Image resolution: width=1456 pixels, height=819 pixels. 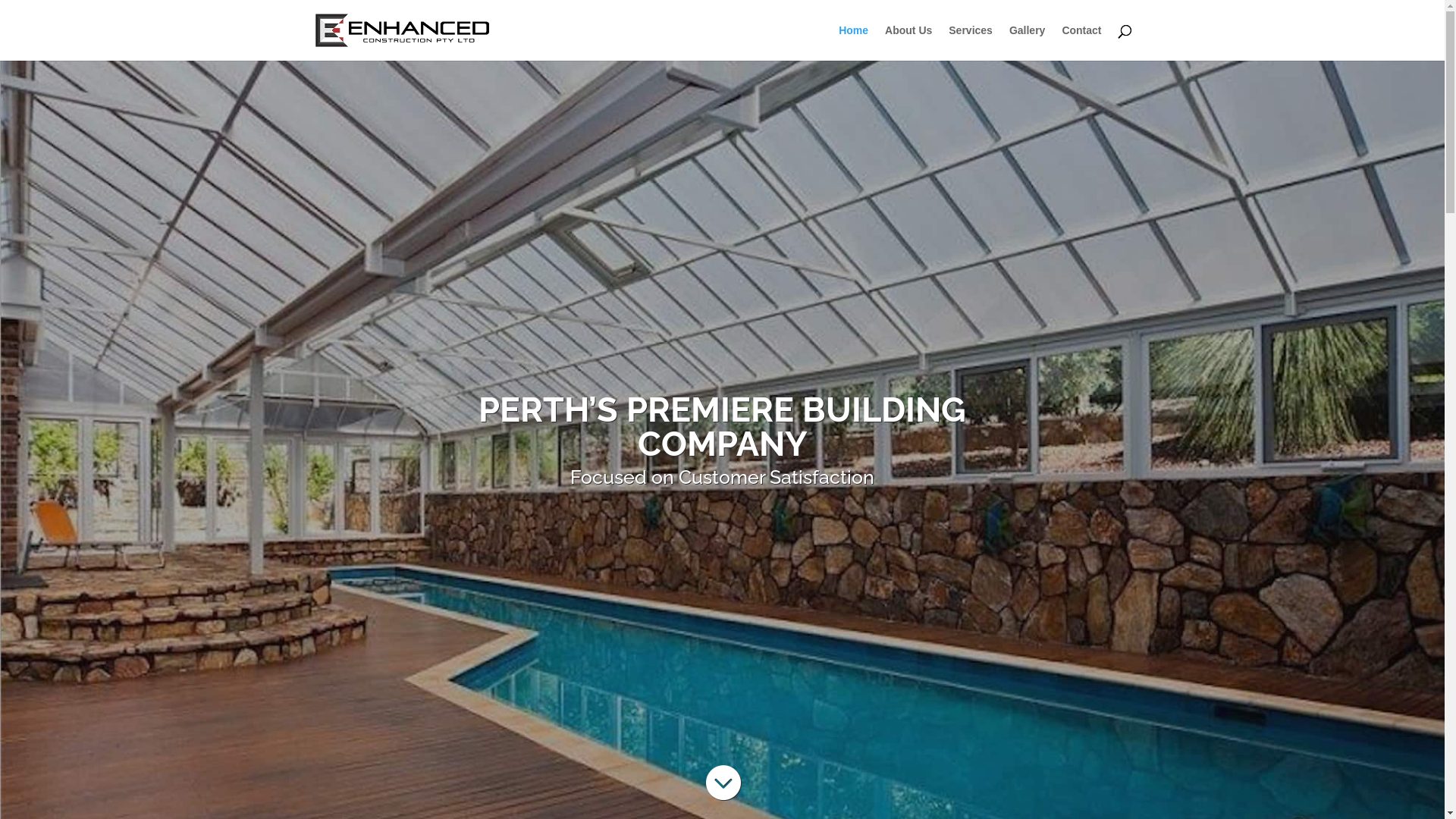 I want to click on 'About Us', so click(x=884, y=42).